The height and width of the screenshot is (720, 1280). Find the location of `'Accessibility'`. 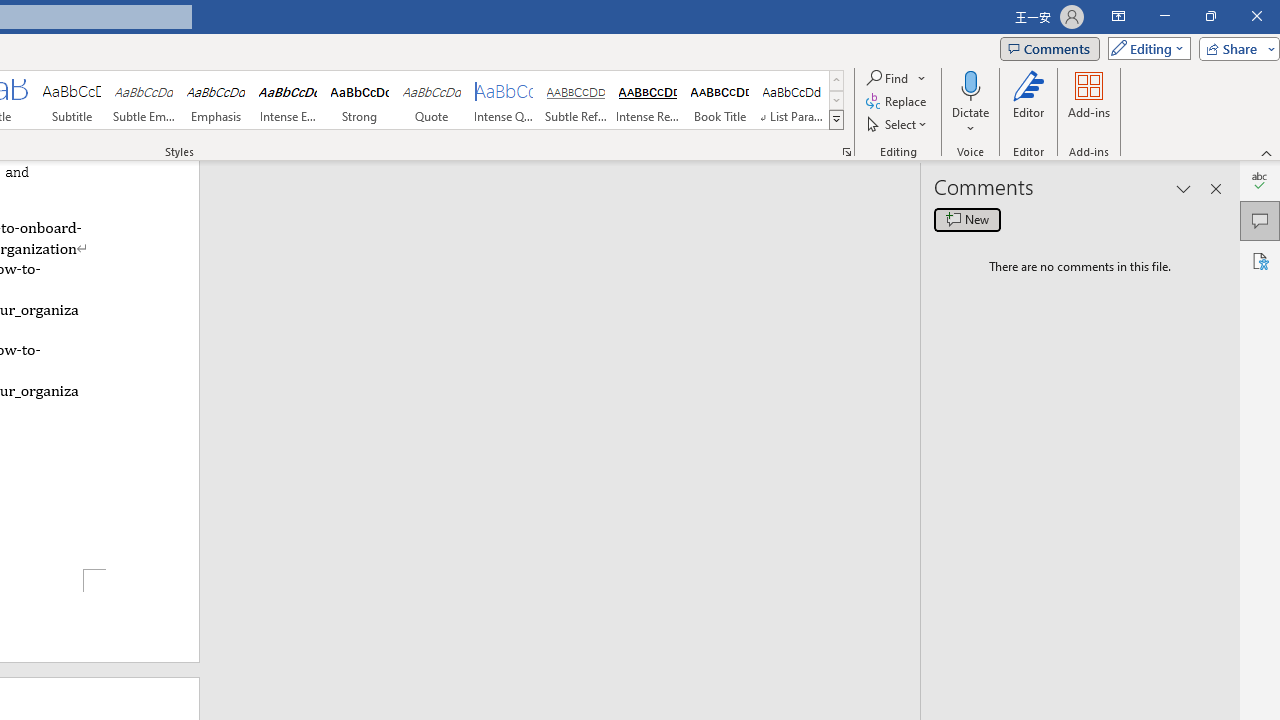

'Accessibility' is located at coordinates (1259, 260).